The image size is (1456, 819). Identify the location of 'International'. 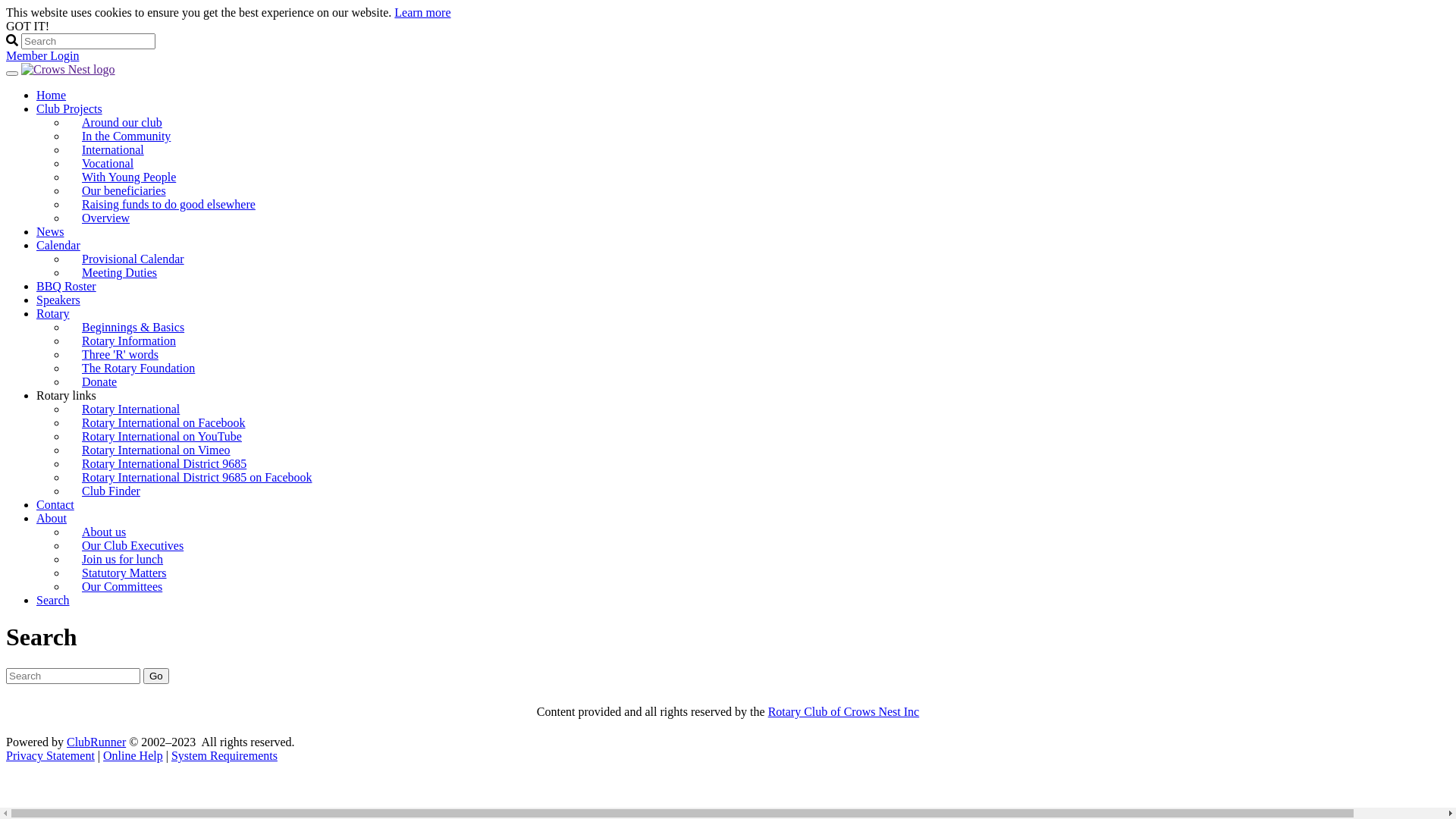
(111, 149).